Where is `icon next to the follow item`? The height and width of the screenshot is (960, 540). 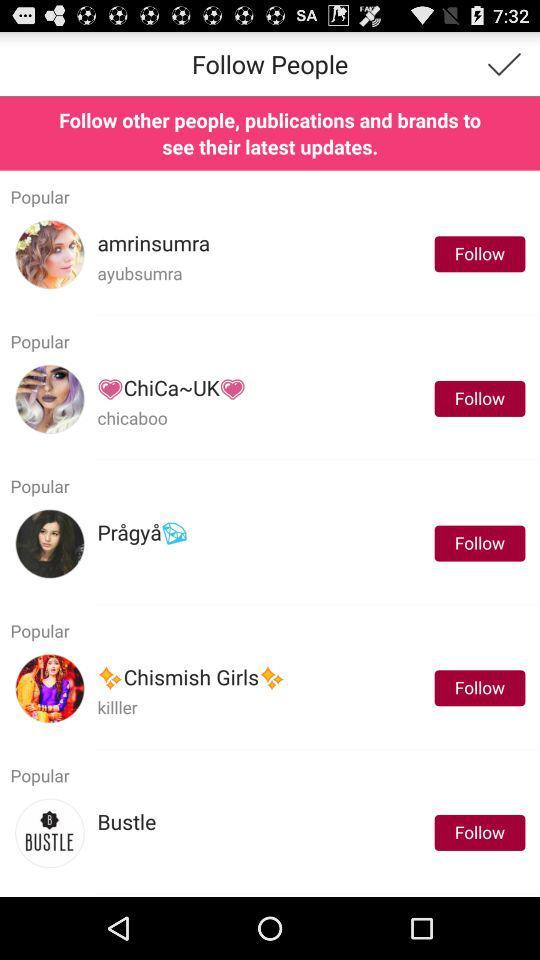
icon next to the follow item is located at coordinates (191, 678).